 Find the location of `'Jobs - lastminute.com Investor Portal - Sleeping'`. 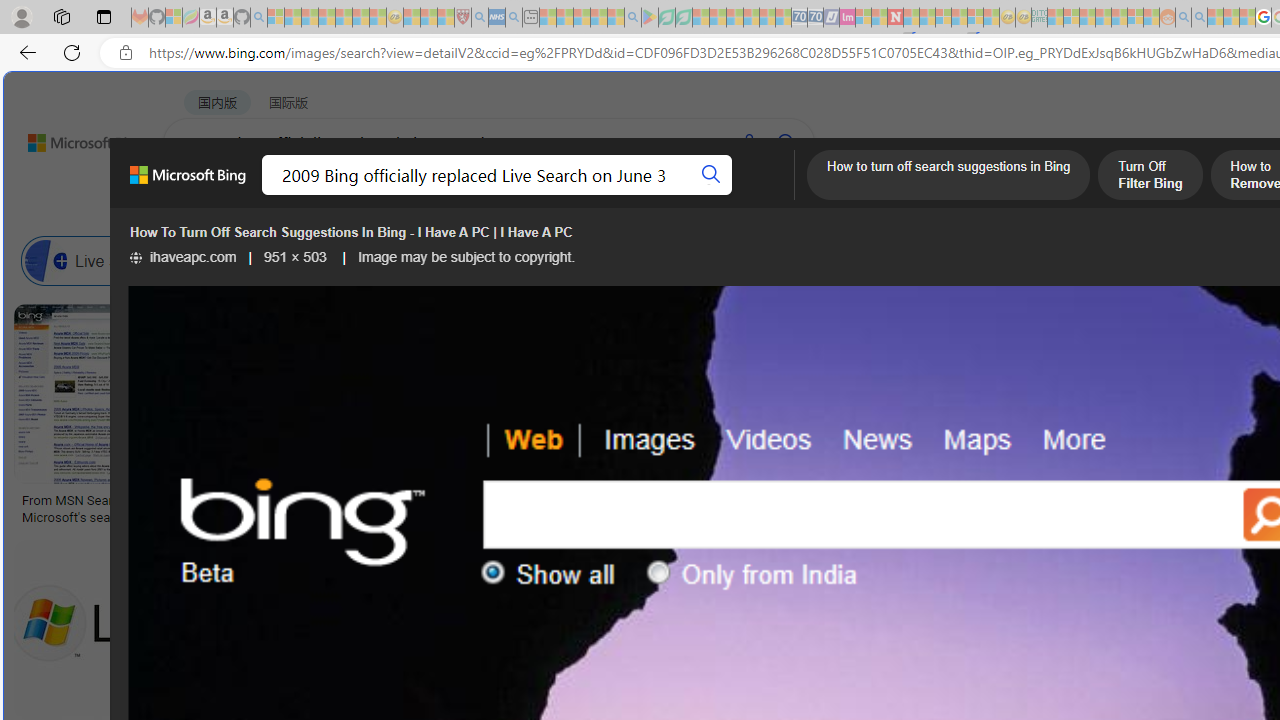

'Jobs - lastminute.com Investor Portal - Sleeping' is located at coordinates (847, 17).